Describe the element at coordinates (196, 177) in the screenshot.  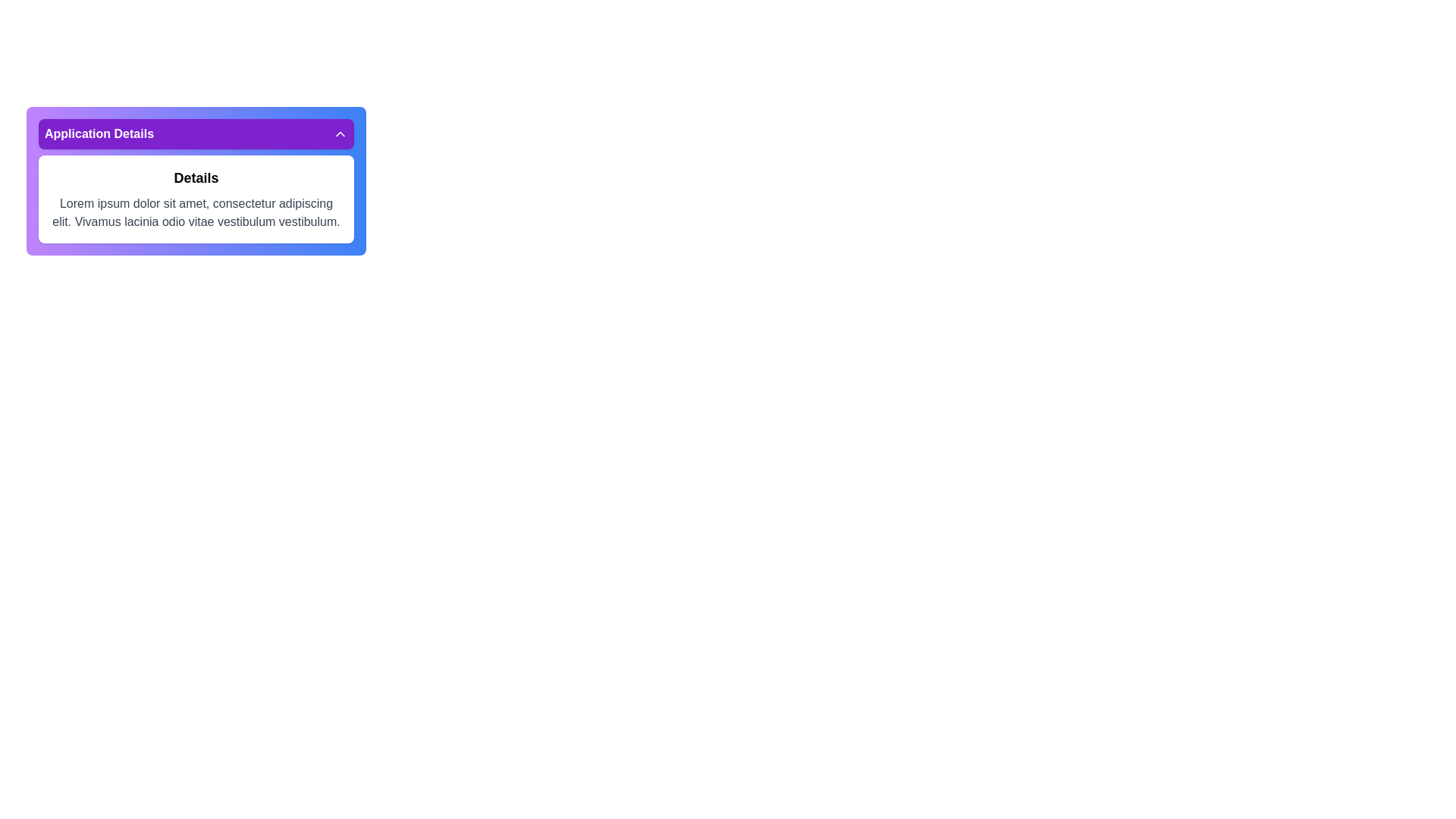
I see `the bold text label displaying 'Details', which is located at the top-left section of a white background box within the 'Application Details' user interface card` at that location.